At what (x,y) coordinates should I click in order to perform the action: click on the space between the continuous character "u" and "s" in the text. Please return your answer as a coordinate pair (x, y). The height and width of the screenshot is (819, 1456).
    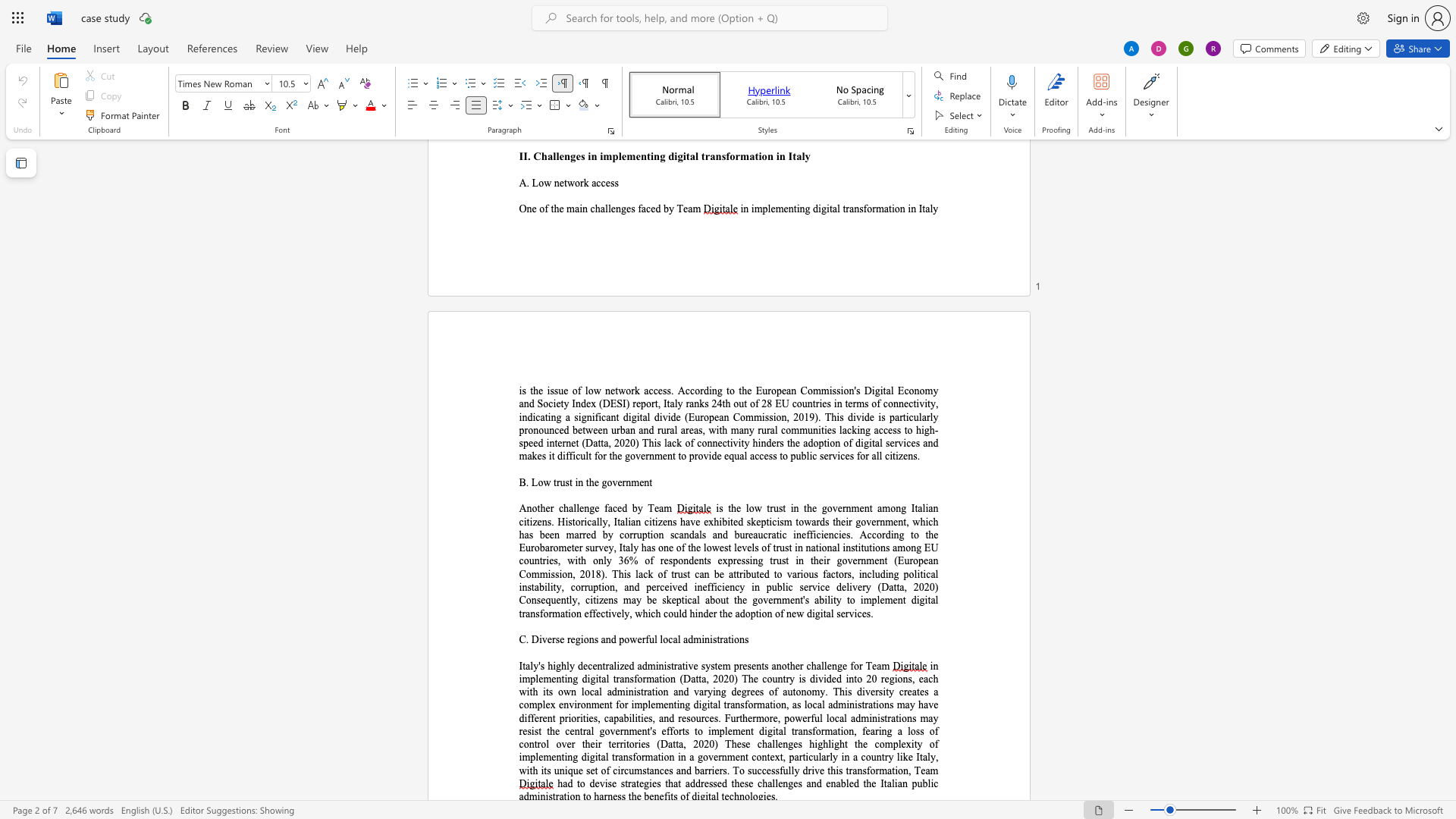
    Looking at the image, I should click on (813, 574).